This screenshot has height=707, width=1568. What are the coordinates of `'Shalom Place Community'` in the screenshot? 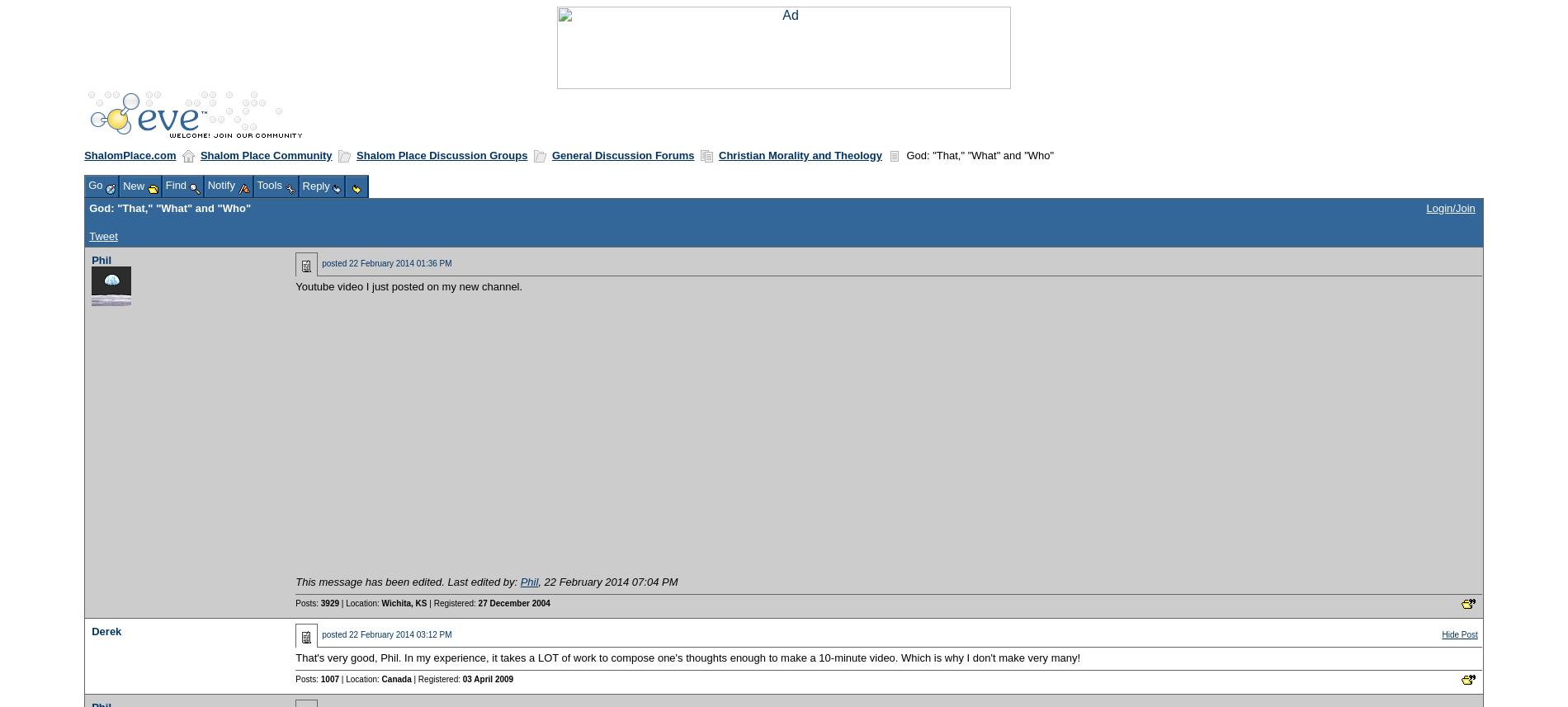 It's located at (265, 155).